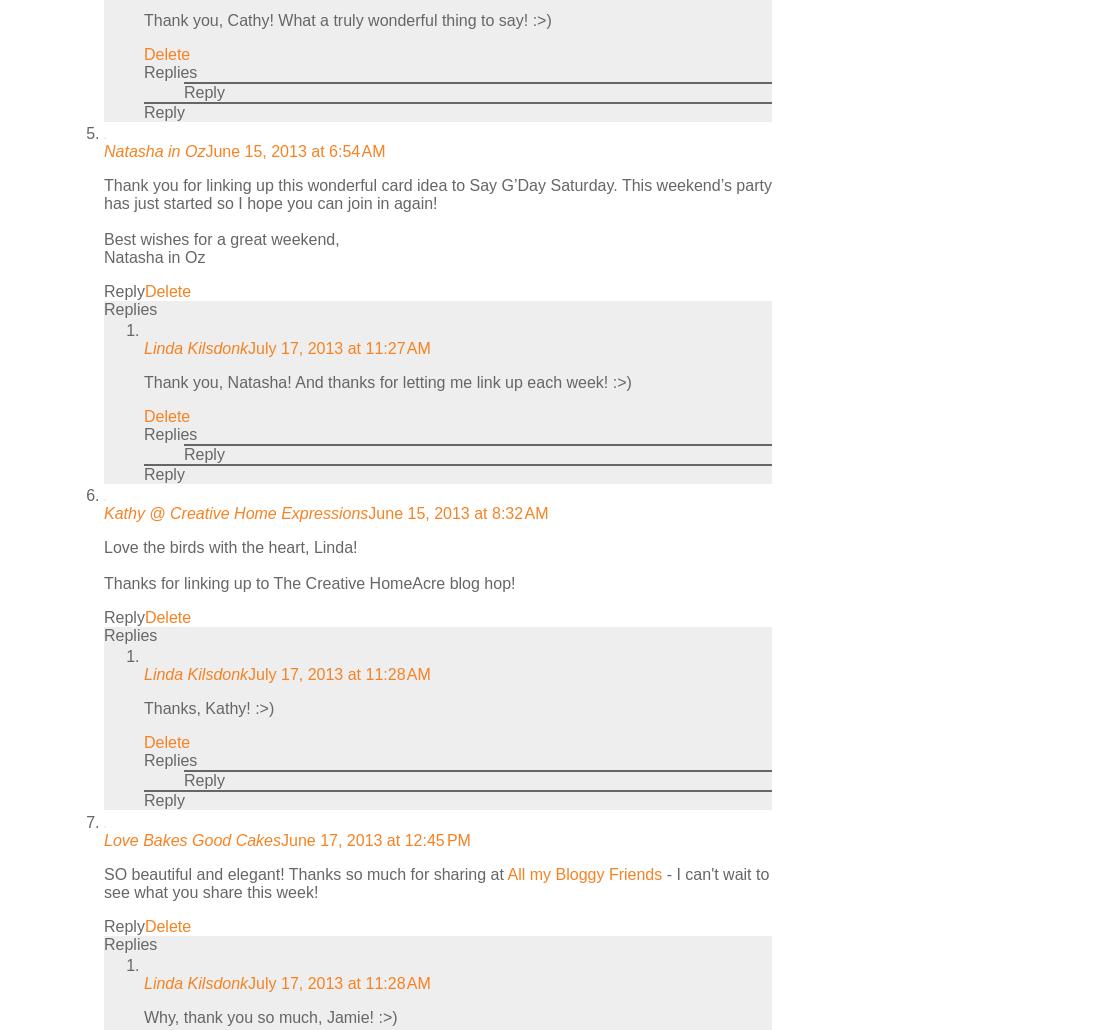 The height and width of the screenshot is (1030, 1108). I want to click on 'Love Bakes Good Cakes', so click(192, 838).